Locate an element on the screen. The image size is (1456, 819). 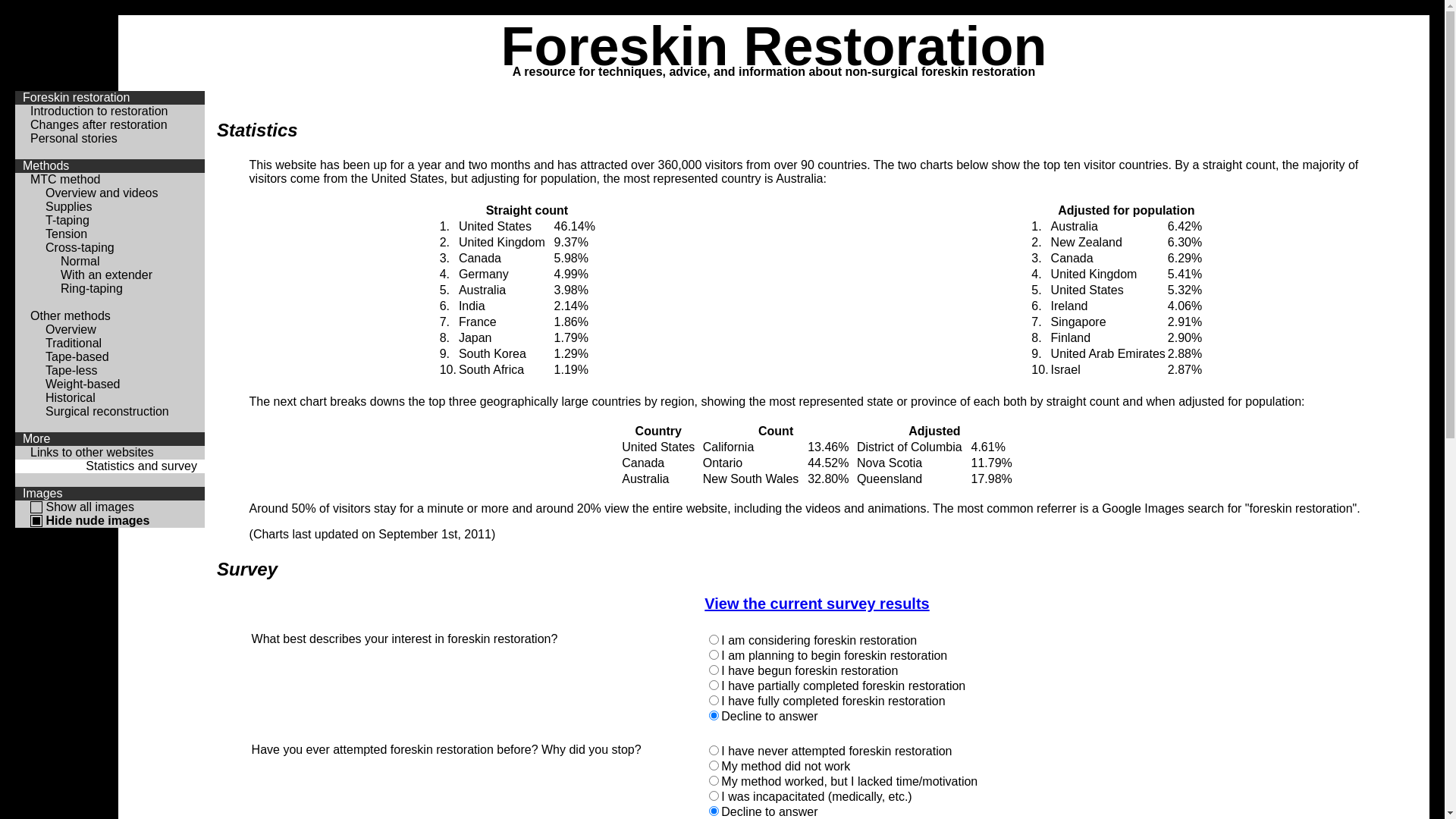
'Overview' is located at coordinates (70, 328).